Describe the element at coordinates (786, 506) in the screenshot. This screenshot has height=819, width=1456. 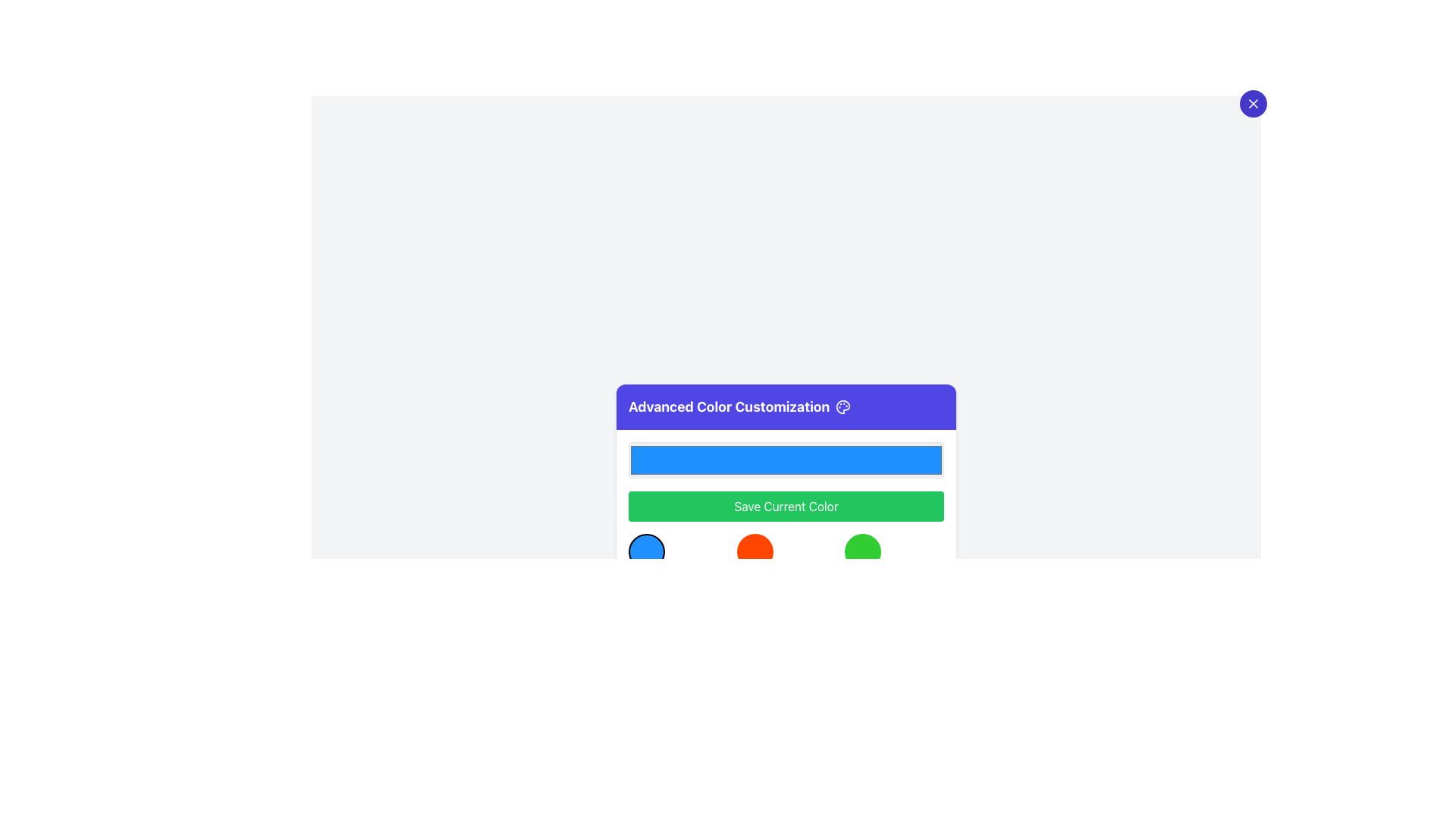
I see `the green button labeled 'Save Current Color' located at the center of the 'Advanced Color Customization' card` at that location.